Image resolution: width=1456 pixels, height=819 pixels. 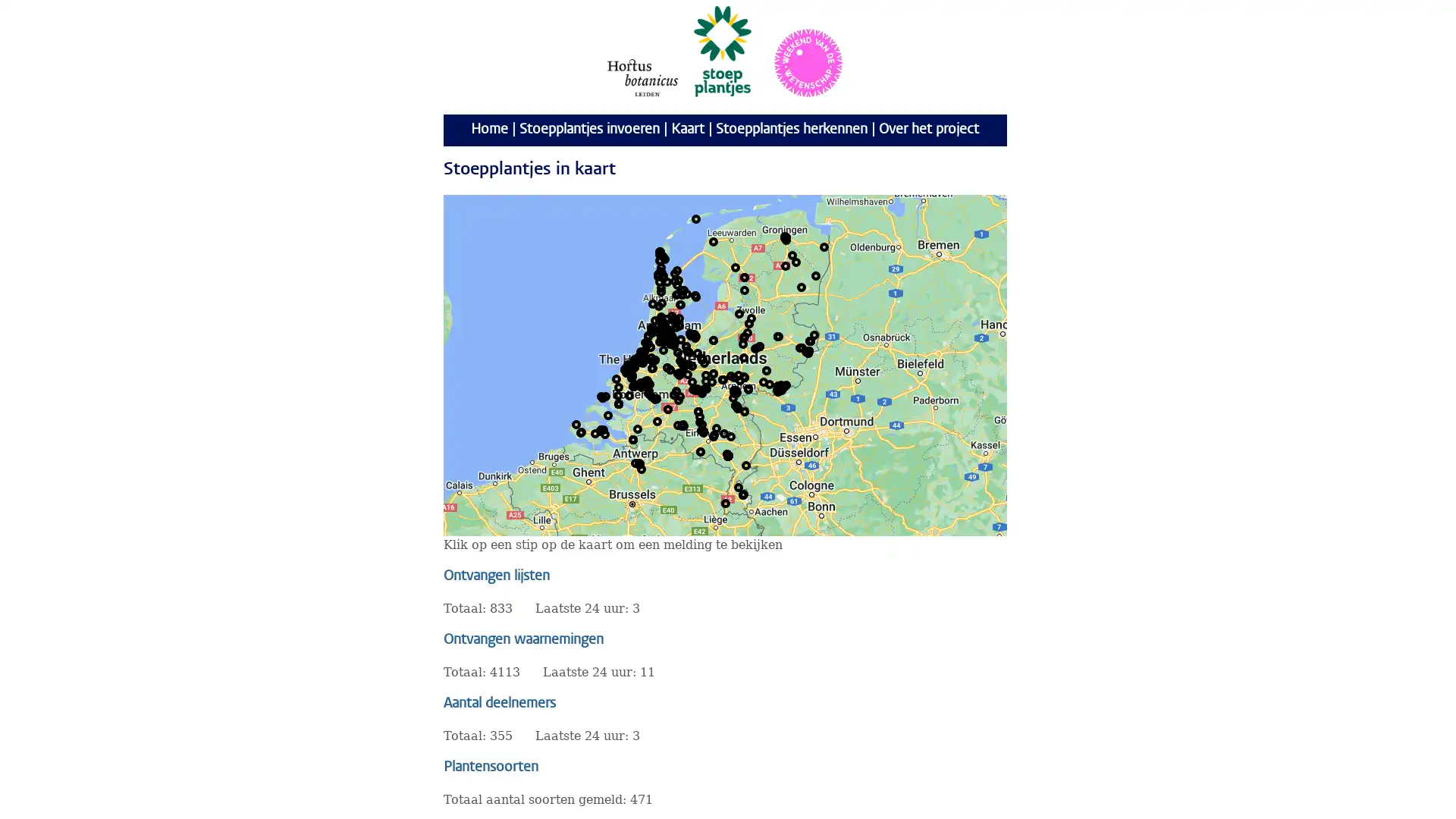 I want to click on Telling van Ton Frenken op 03 mei 2022, so click(x=728, y=455).